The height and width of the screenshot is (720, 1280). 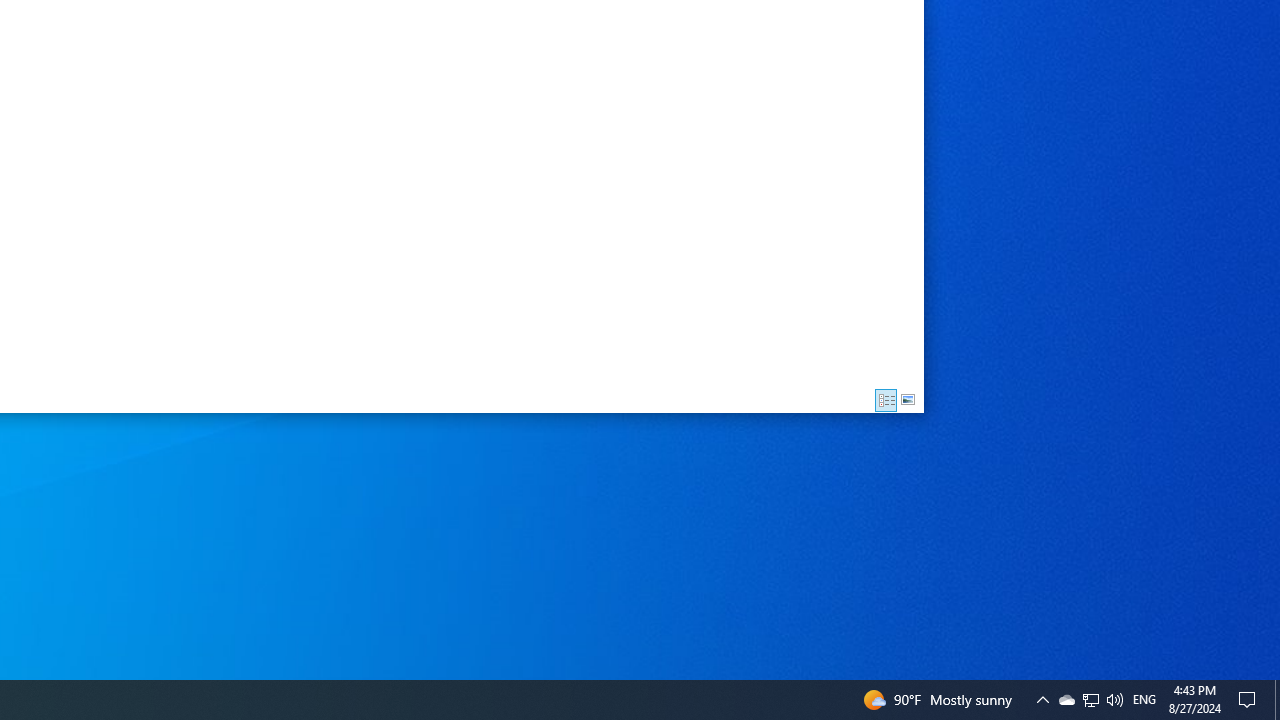 What do you see at coordinates (1065, 698) in the screenshot?
I see `'Q2790: 100%'` at bounding box center [1065, 698].